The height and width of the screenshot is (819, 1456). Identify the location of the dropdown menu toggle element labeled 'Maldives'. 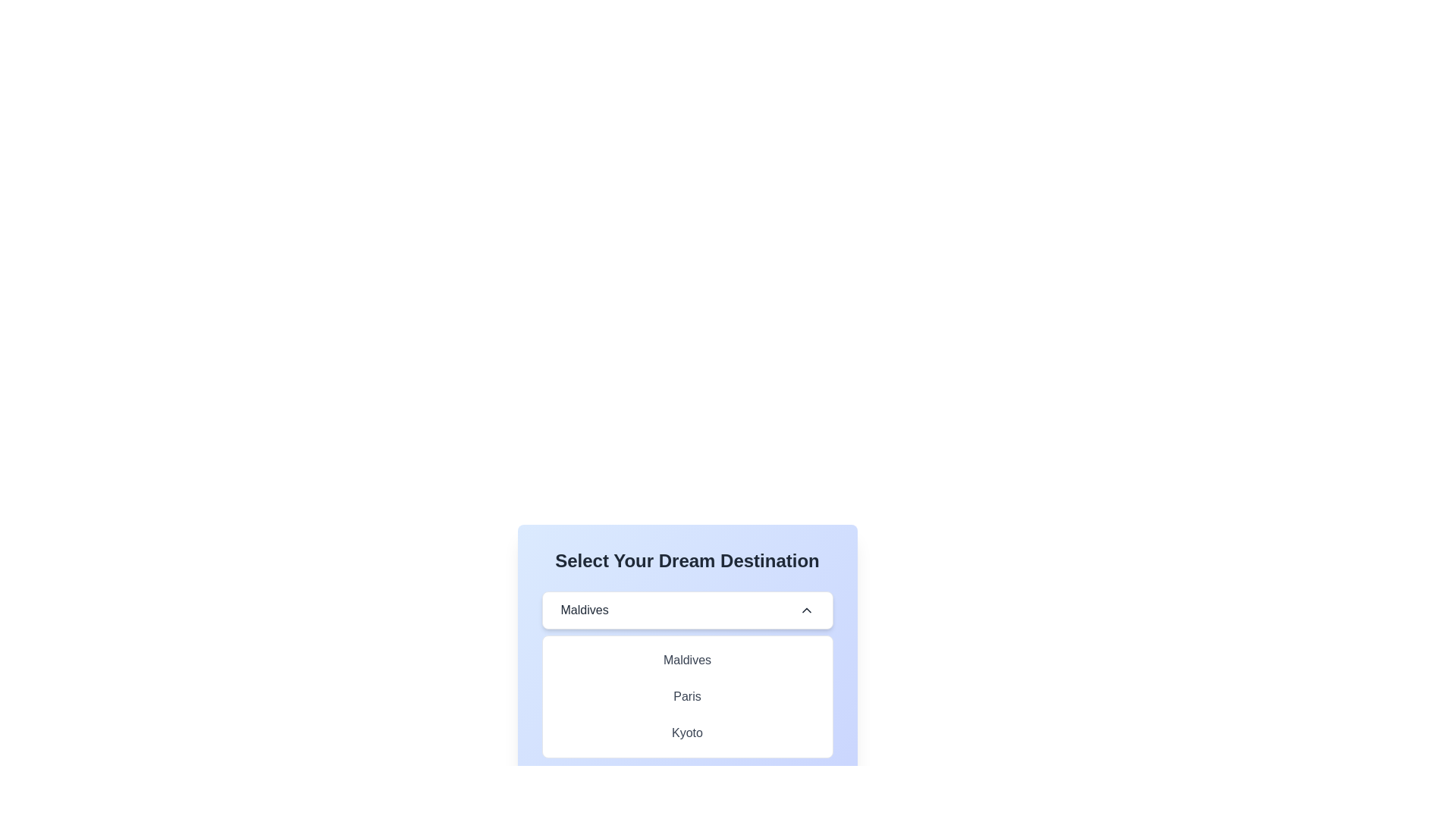
(686, 610).